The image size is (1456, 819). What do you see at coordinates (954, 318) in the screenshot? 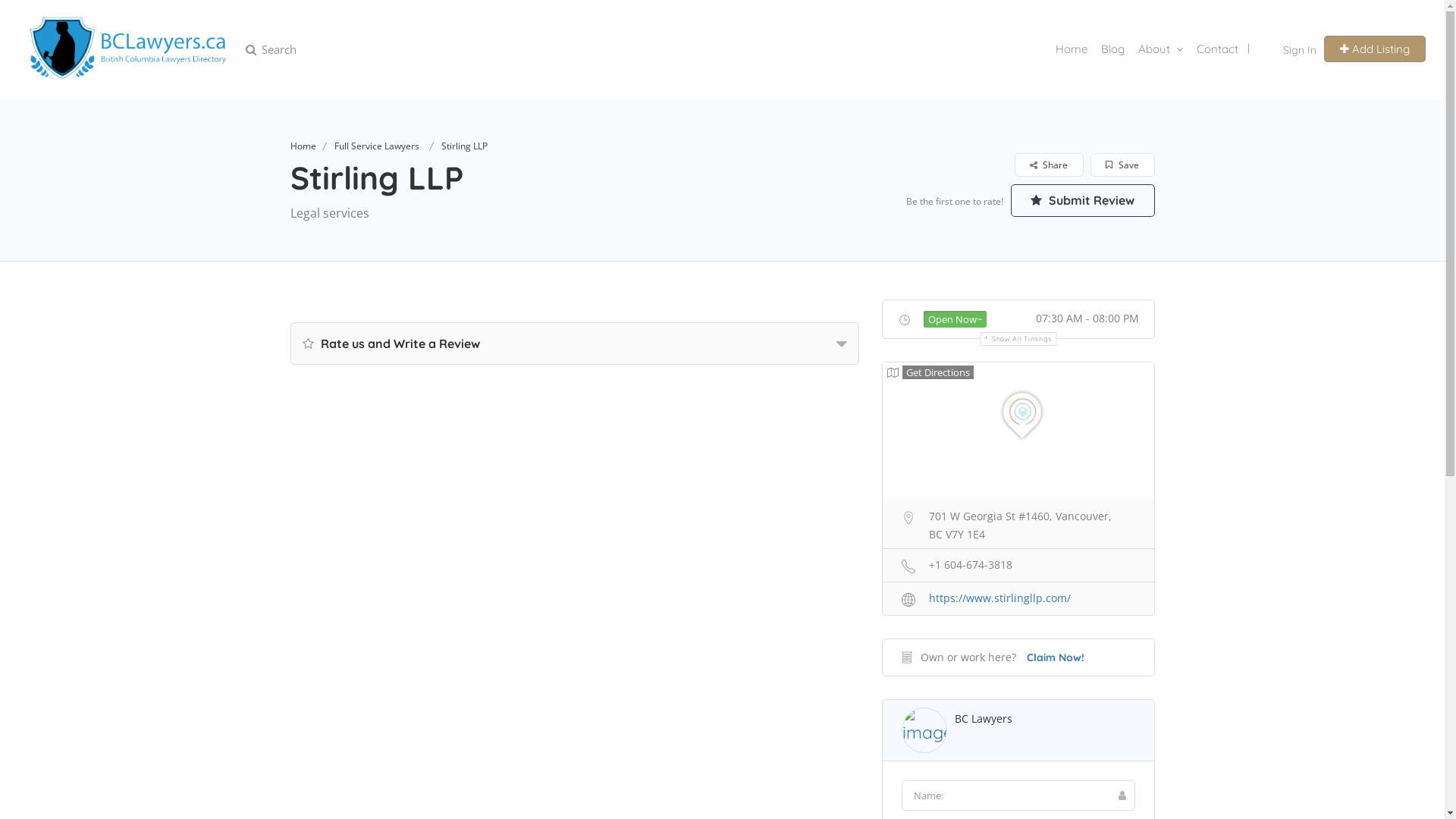
I see `'Open Now~'` at bounding box center [954, 318].